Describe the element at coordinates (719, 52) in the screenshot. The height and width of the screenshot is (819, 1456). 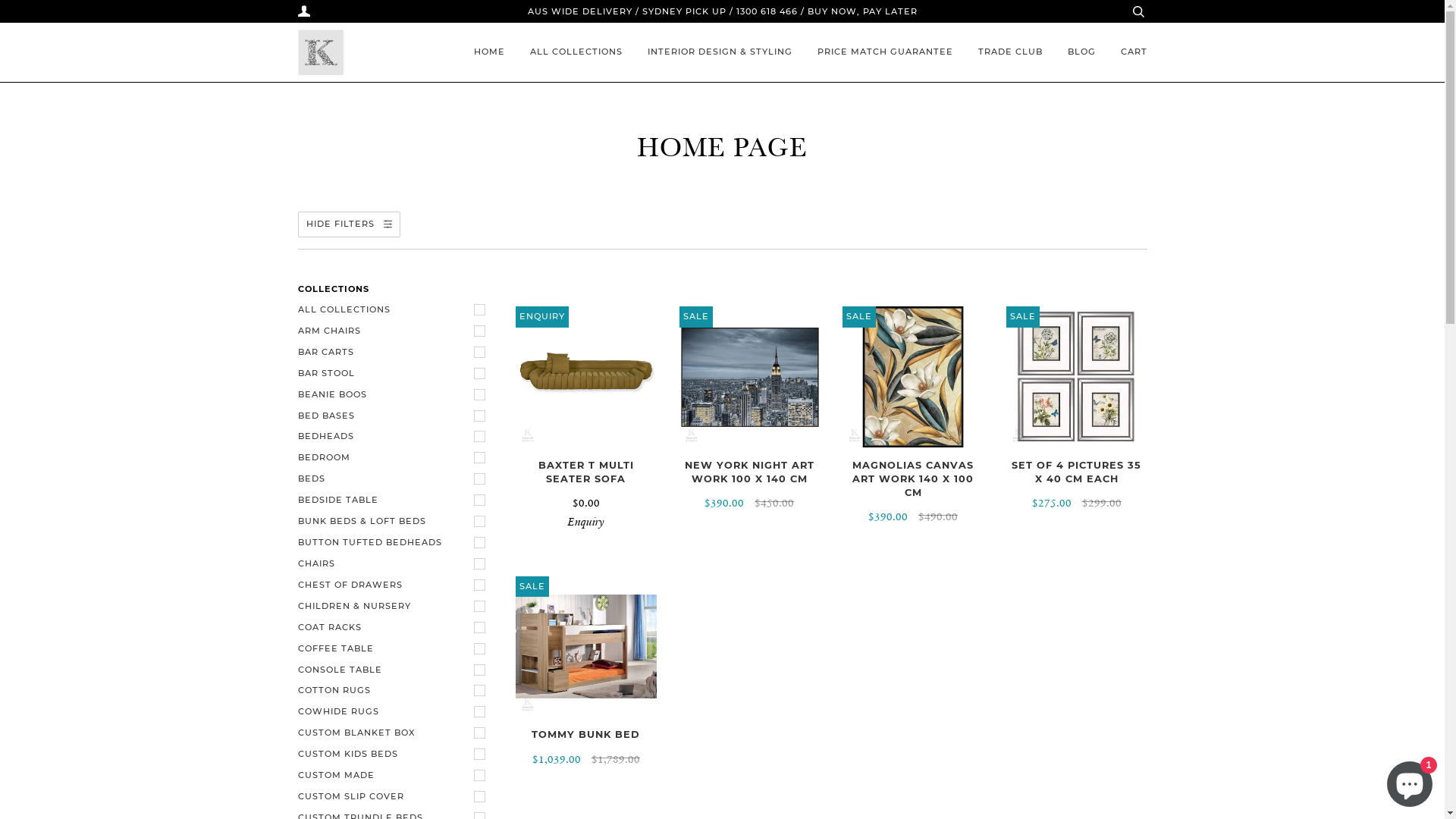
I see `'INTERIOR DESIGN & STYLING'` at that location.